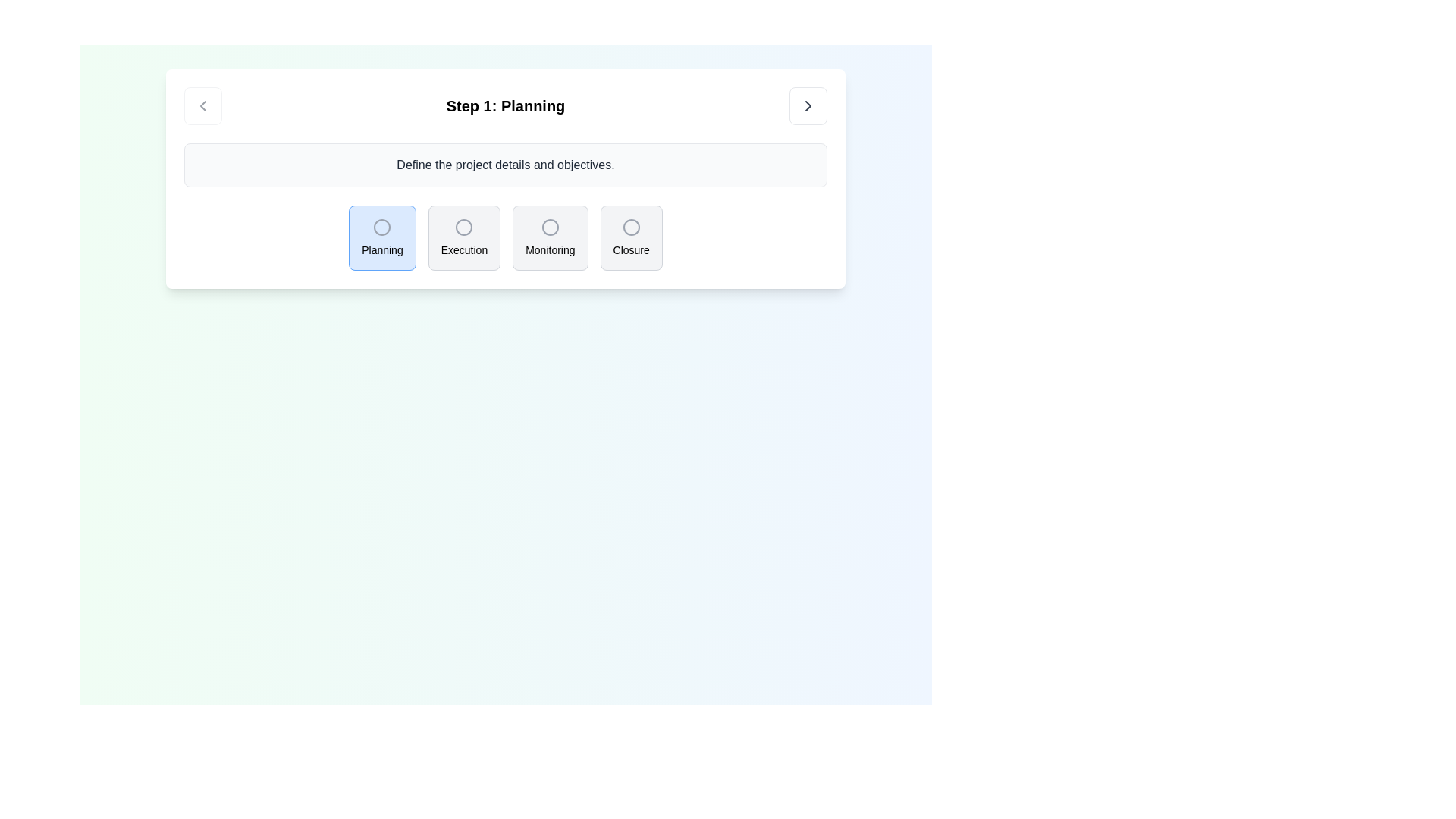 Image resolution: width=1456 pixels, height=819 pixels. I want to click on the text label displaying 'Step 1: Planning', which is bold and center-aligned, positioned centrally between navigational icons, so click(506, 105).